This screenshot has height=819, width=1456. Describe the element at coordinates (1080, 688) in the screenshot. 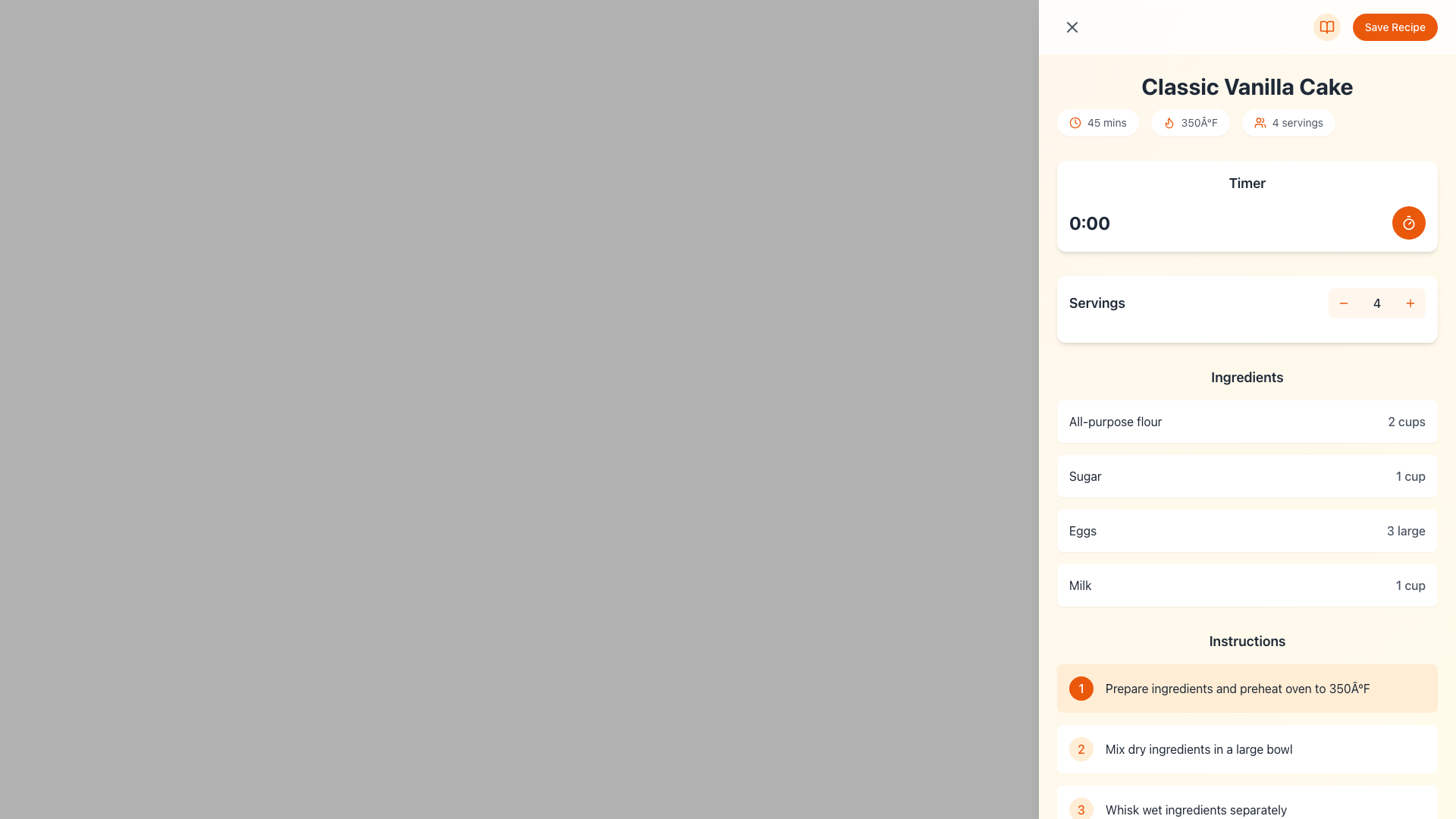

I see `displayed number on the circular orange label that marks the first step in the instructional list under the 'Instructions' section, aligned to the left of the text 'Prepare ingredients and preheat oven to 350°F'` at that location.